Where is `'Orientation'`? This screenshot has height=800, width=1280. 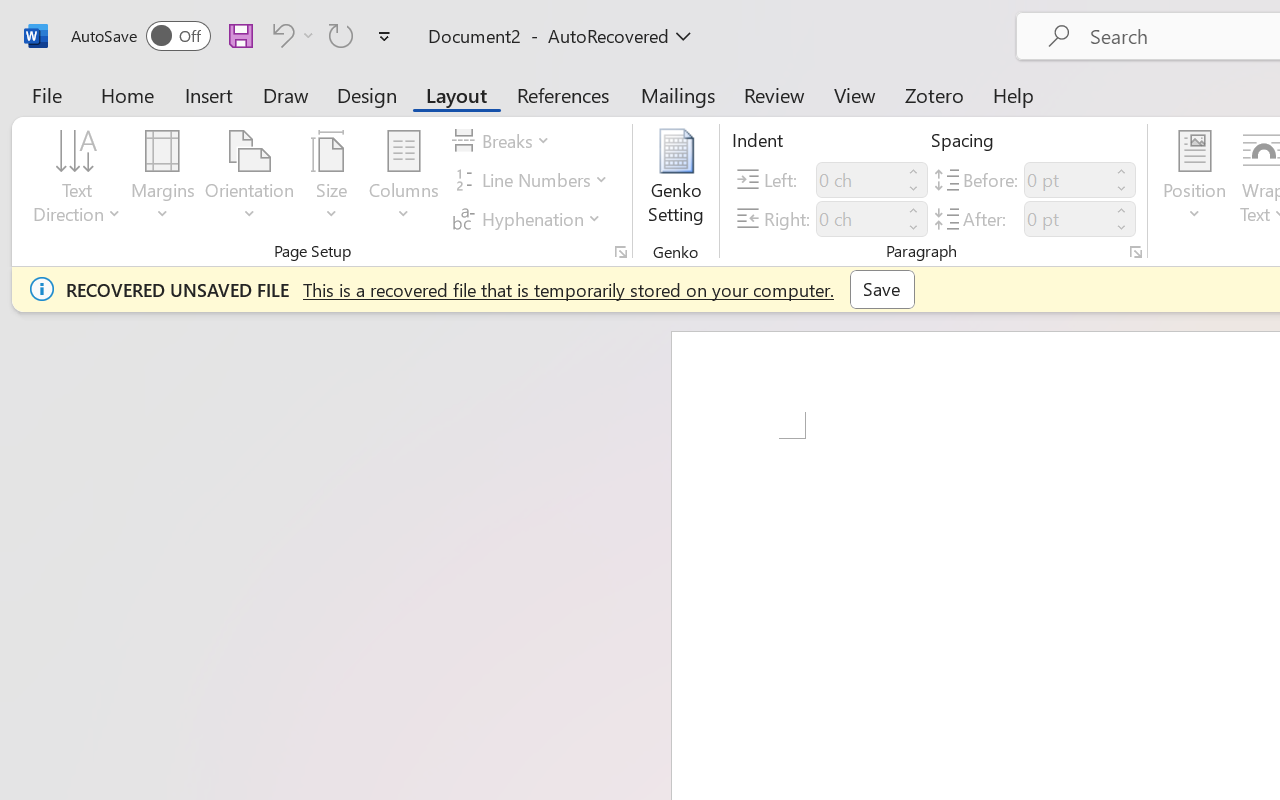
'Orientation' is located at coordinates (249, 179).